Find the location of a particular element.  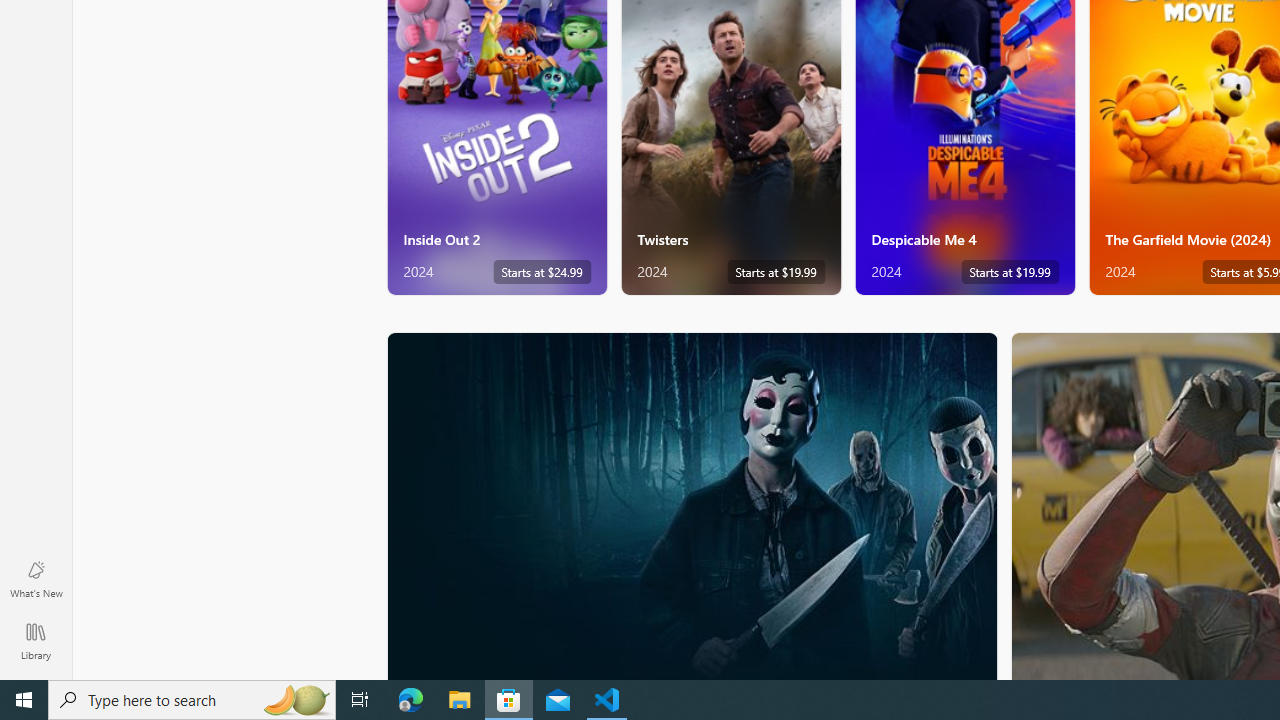

'Horror' is located at coordinates (692, 504).